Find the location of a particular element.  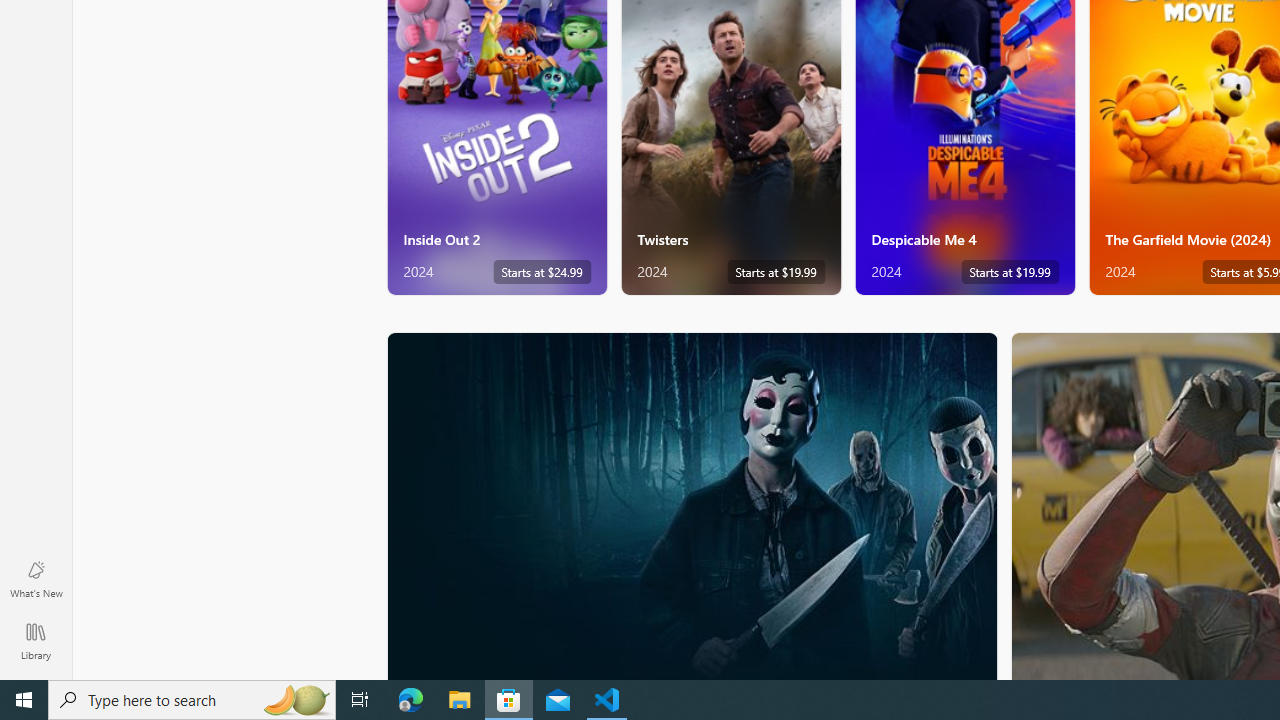

'Horror' is located at coordinates (692, 504).